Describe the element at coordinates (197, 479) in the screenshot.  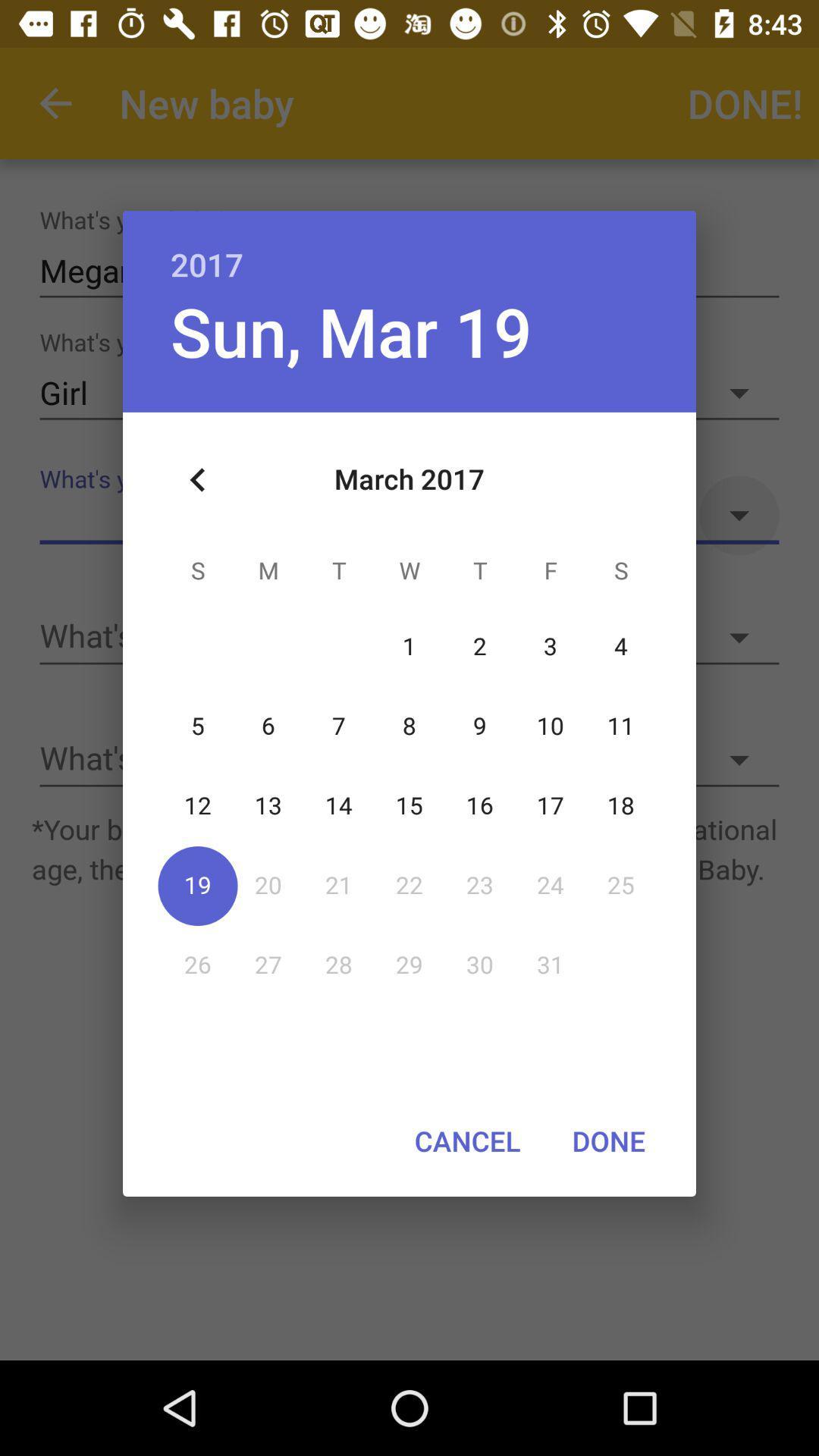
I see `icon at the top left corner` at that location.